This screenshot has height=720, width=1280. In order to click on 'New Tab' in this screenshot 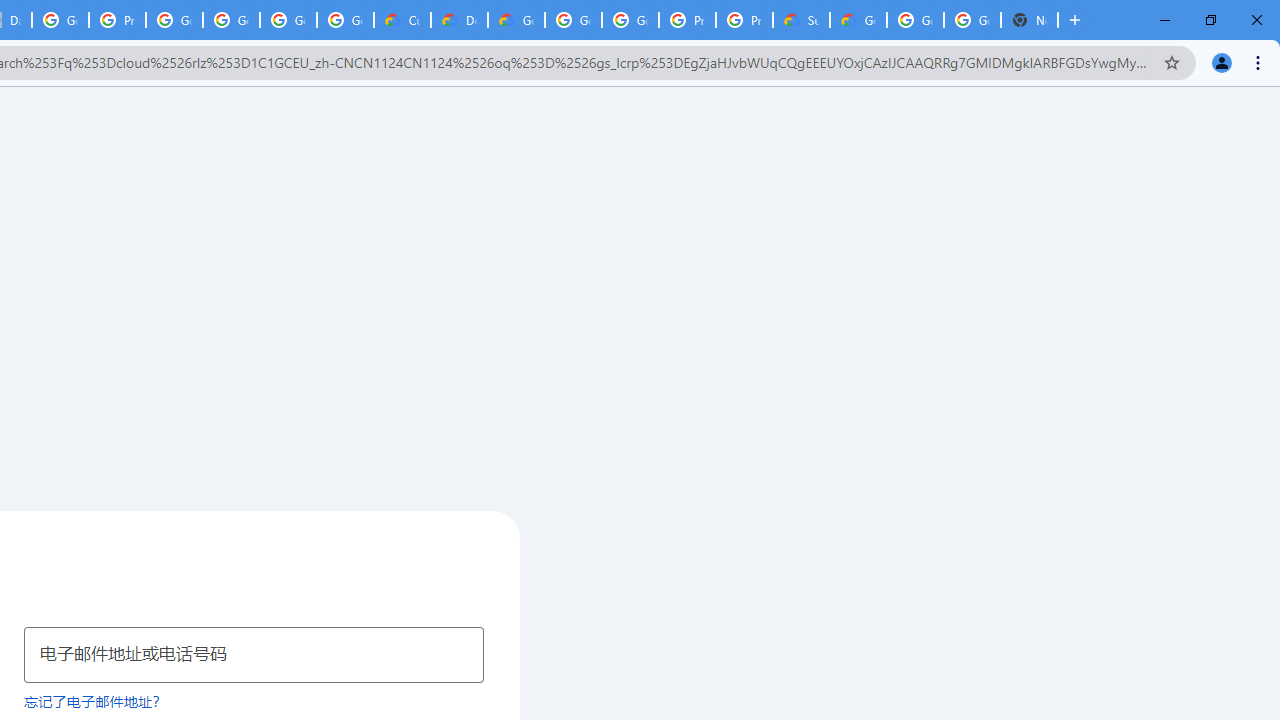, I will do `click(1029, 20)`.